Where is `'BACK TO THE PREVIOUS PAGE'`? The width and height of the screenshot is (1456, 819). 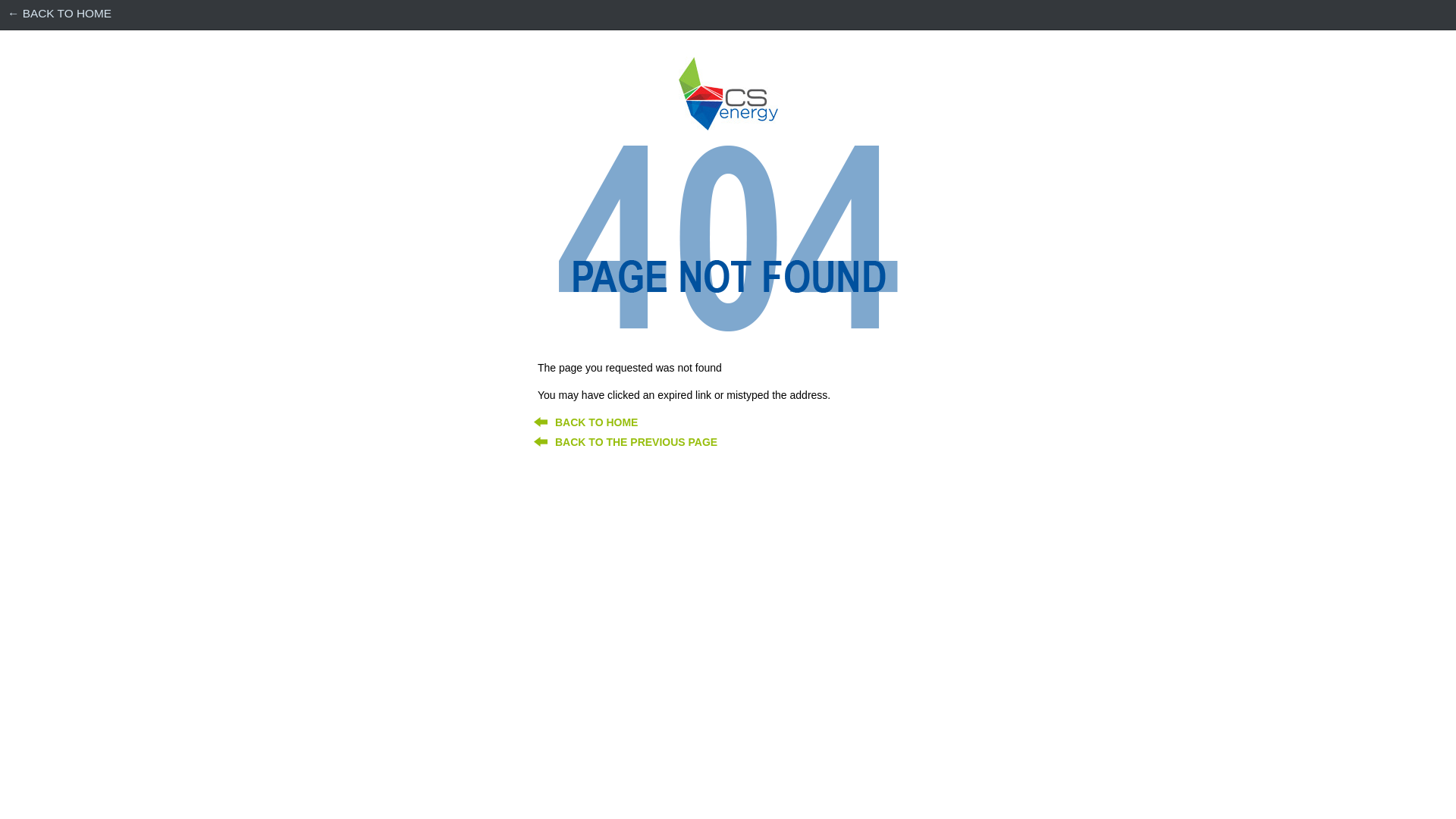 'BACK TO THE PREVIOUS PAGE' is located at coordinates (636, 441).